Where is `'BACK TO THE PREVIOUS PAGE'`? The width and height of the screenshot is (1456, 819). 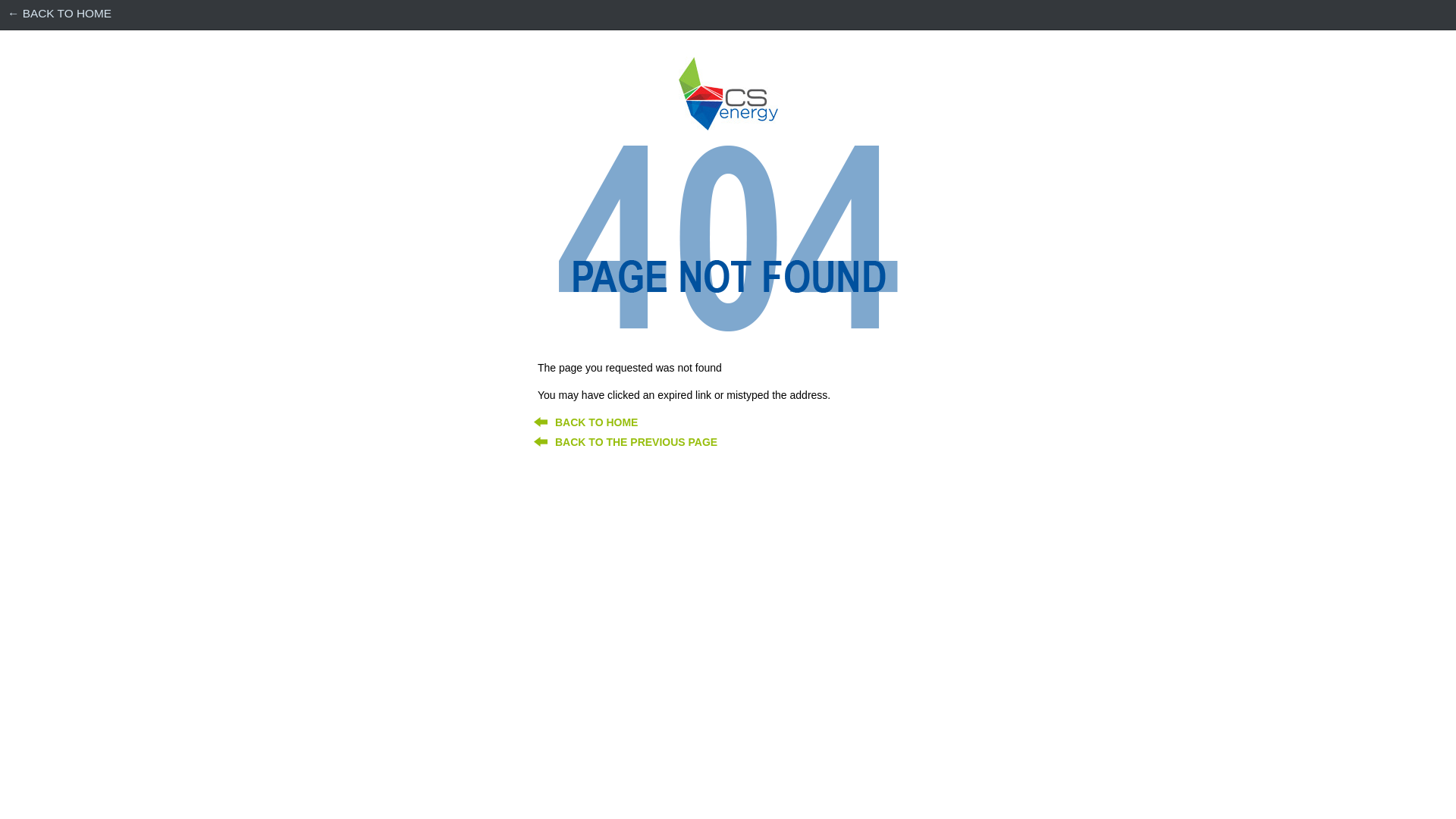 'BACK TO THE PREVIOUS PAGE' is located at coordinates (636, 441).